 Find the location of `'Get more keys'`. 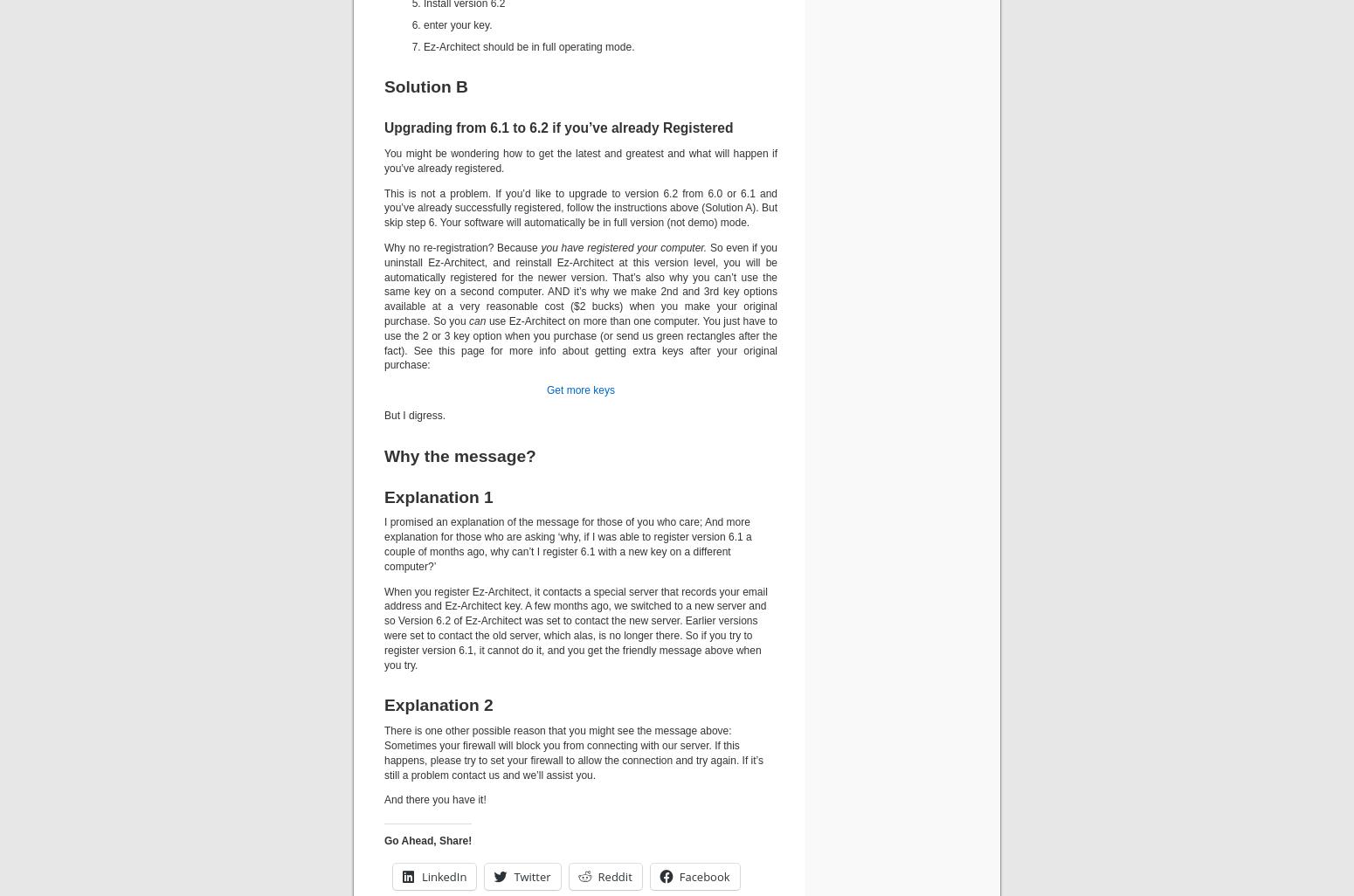

'Get more keys' is located at coordinates (579, 390).